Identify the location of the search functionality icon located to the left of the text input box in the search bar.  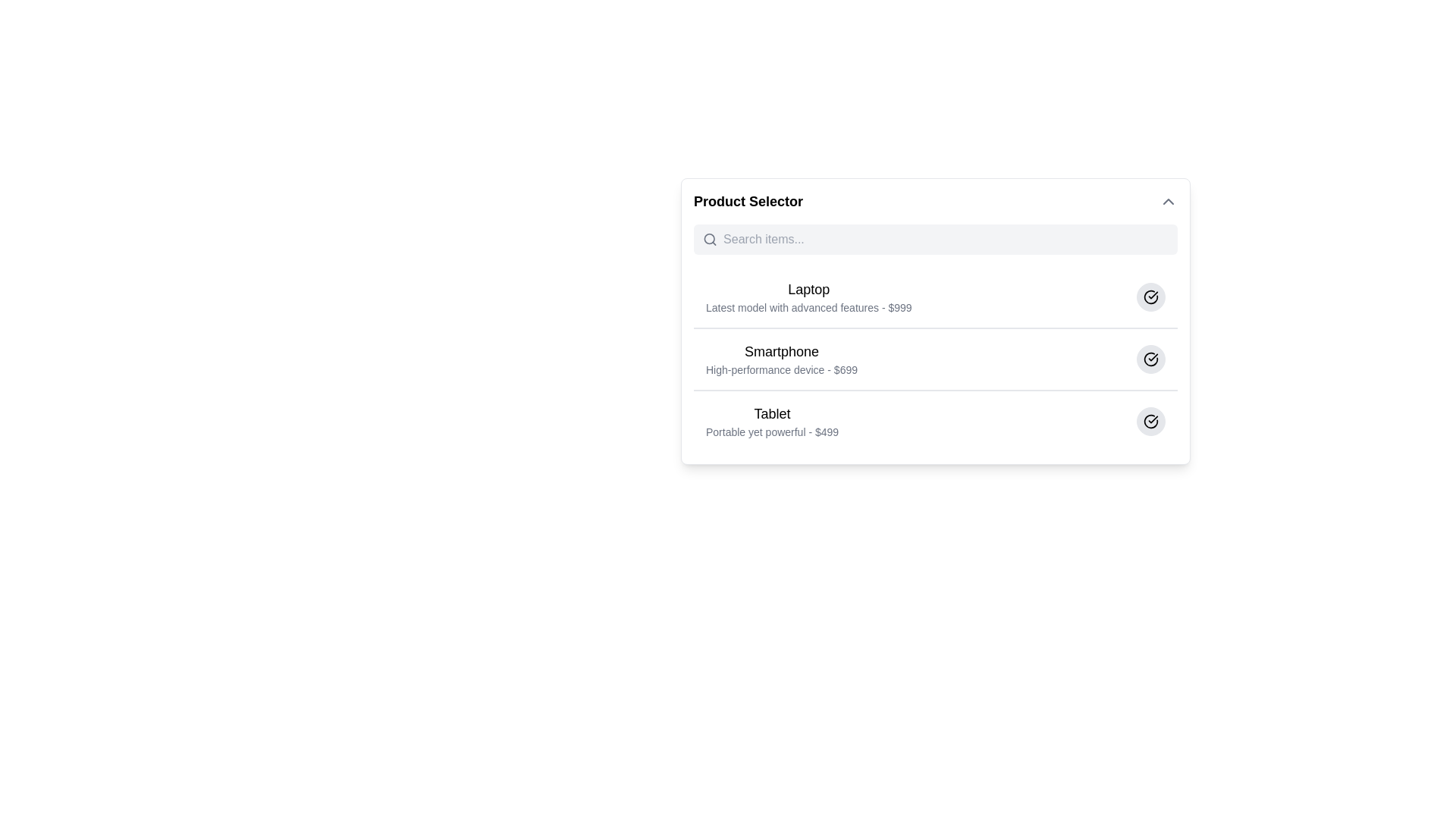
(709, 239).